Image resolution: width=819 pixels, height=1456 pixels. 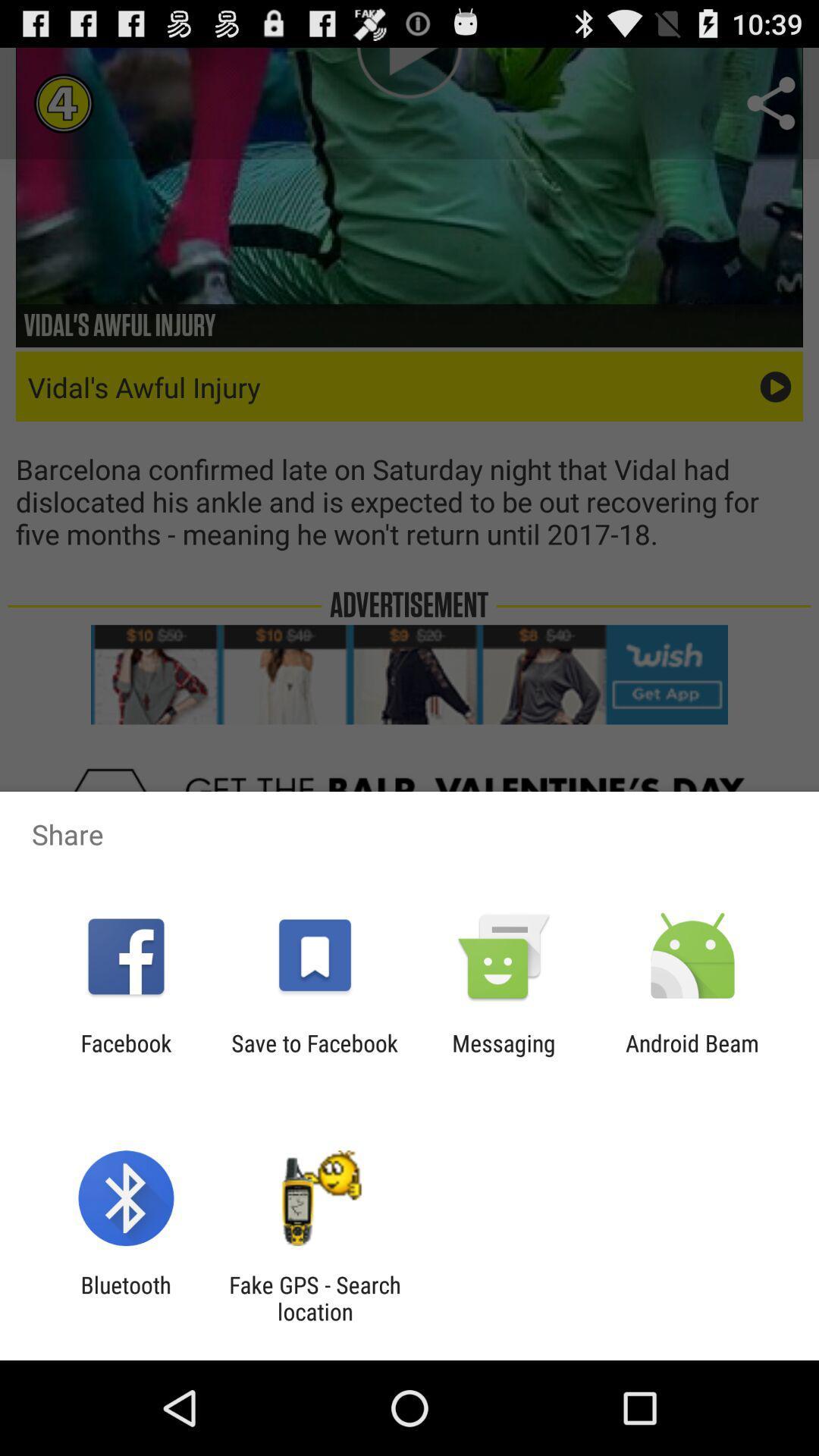 What do you see at coordinates (125, 1298) in the screenshot?
I see `bluetooth app` at bounding box center [125, 1298].